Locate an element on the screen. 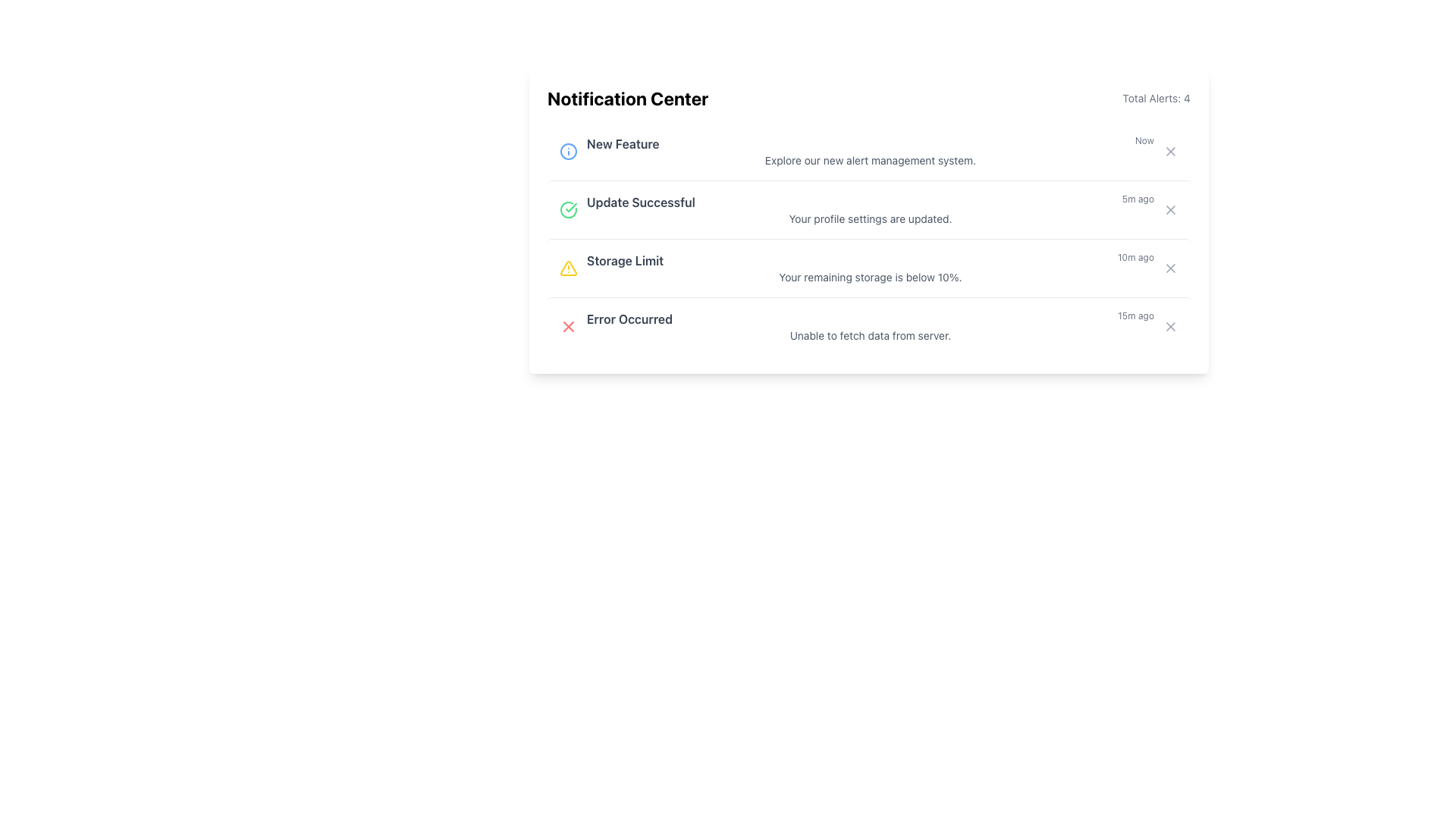 The image size is (1456, 819). the text element displaying '10m ago', which is styled in a small gray font and is positioned at the far-right end of the 'Storage Limit' notification entry is located at coordinates (1135, 259).